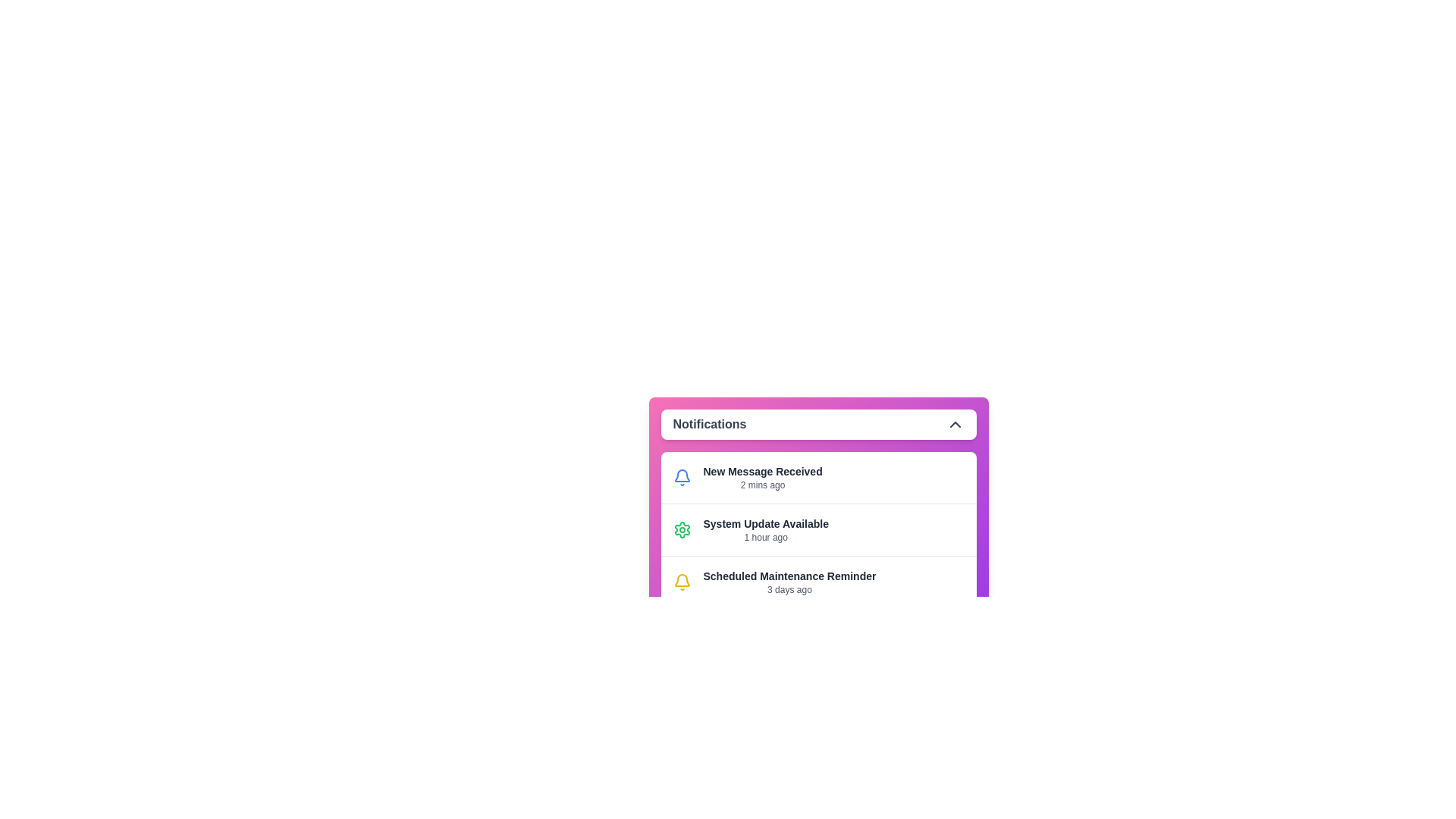 The image size is (1456, 819). I want to click on the static text label indicating the content or functionality related to notifications, located on the left side of the header bar, so click(709, 424).